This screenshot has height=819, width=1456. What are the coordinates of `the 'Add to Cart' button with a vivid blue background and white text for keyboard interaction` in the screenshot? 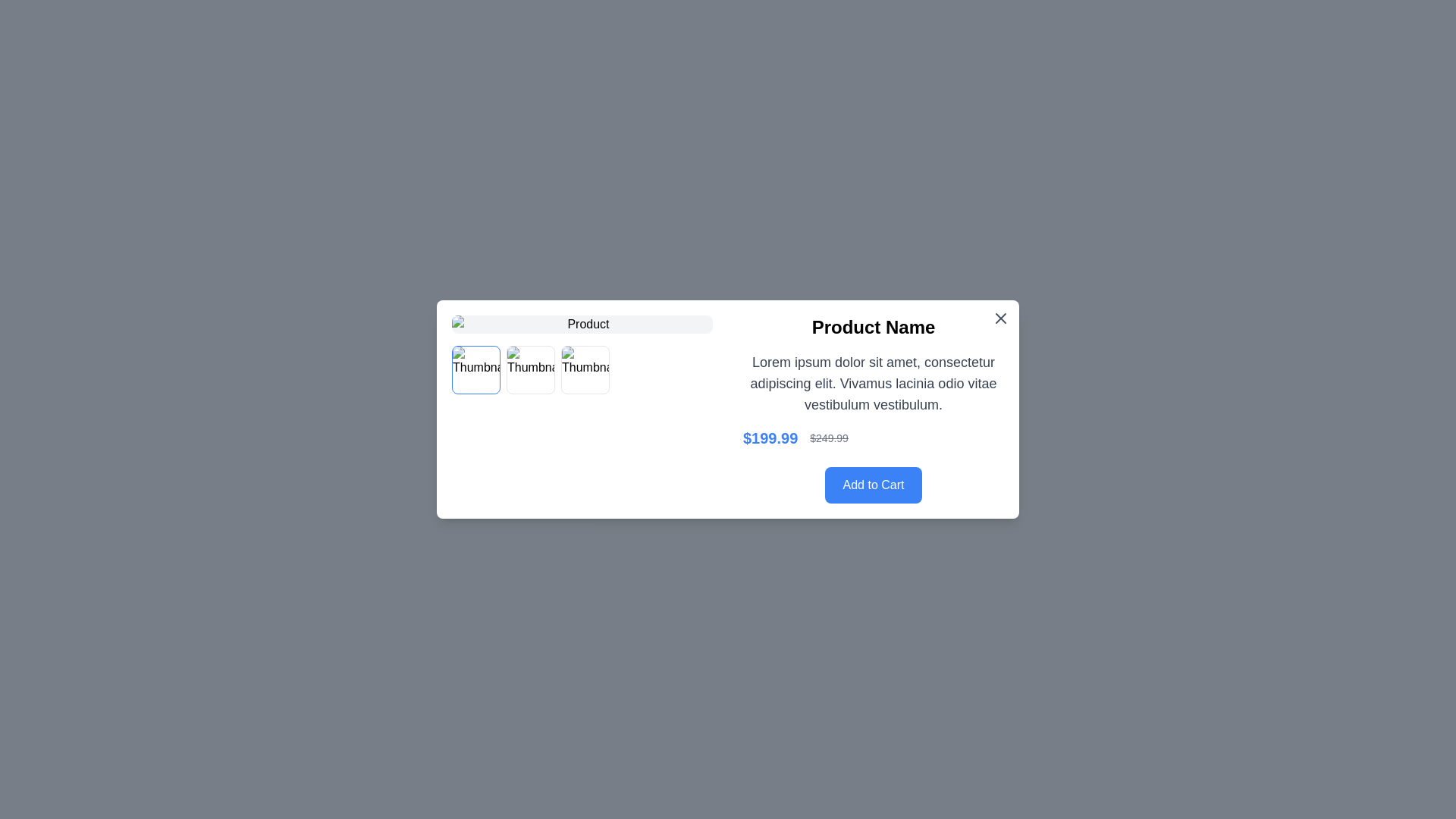 It's located at (874, 485).